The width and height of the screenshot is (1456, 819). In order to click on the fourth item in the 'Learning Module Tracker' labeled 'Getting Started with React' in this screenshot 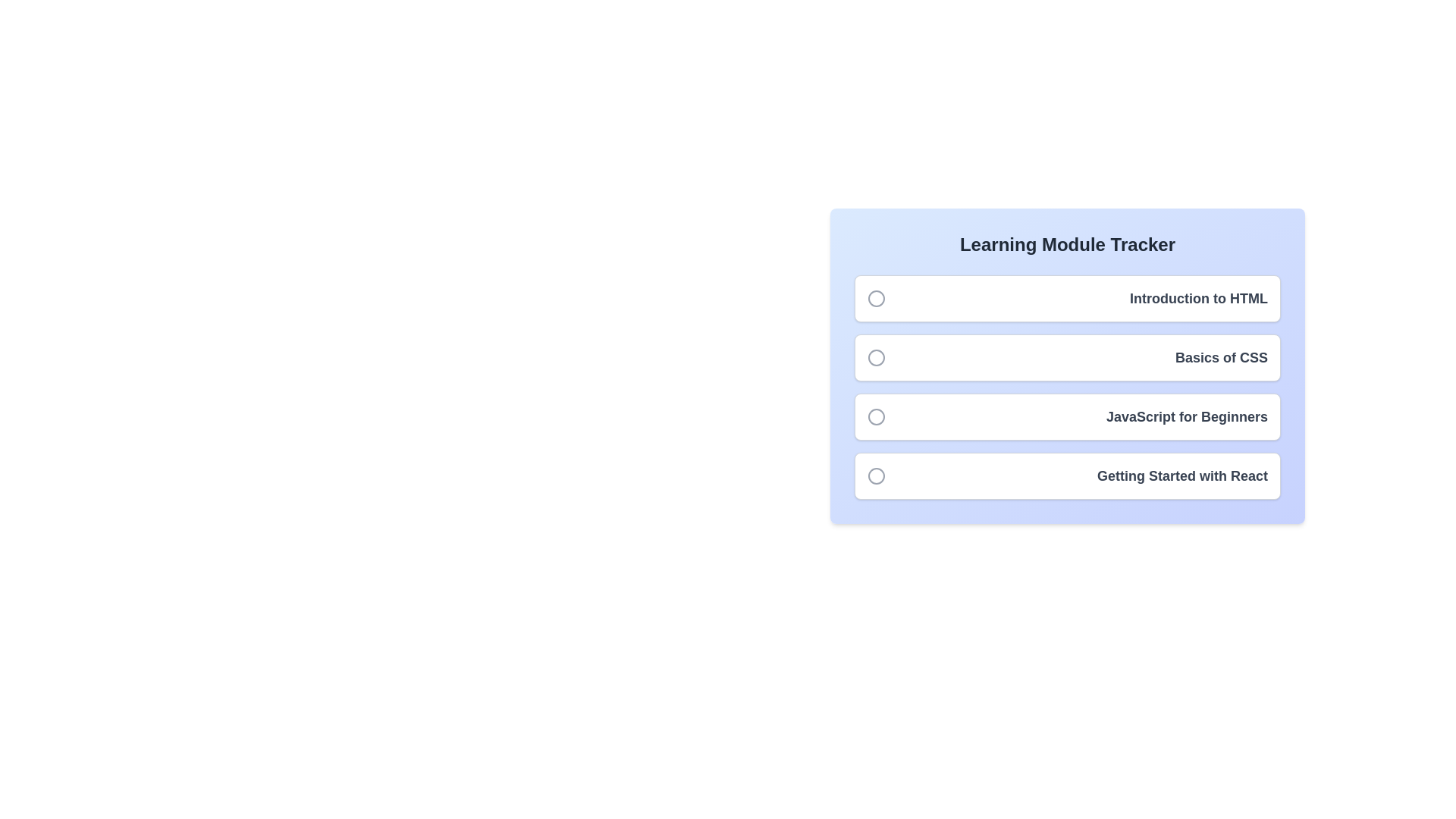, I will do `click(1066, 475)`.